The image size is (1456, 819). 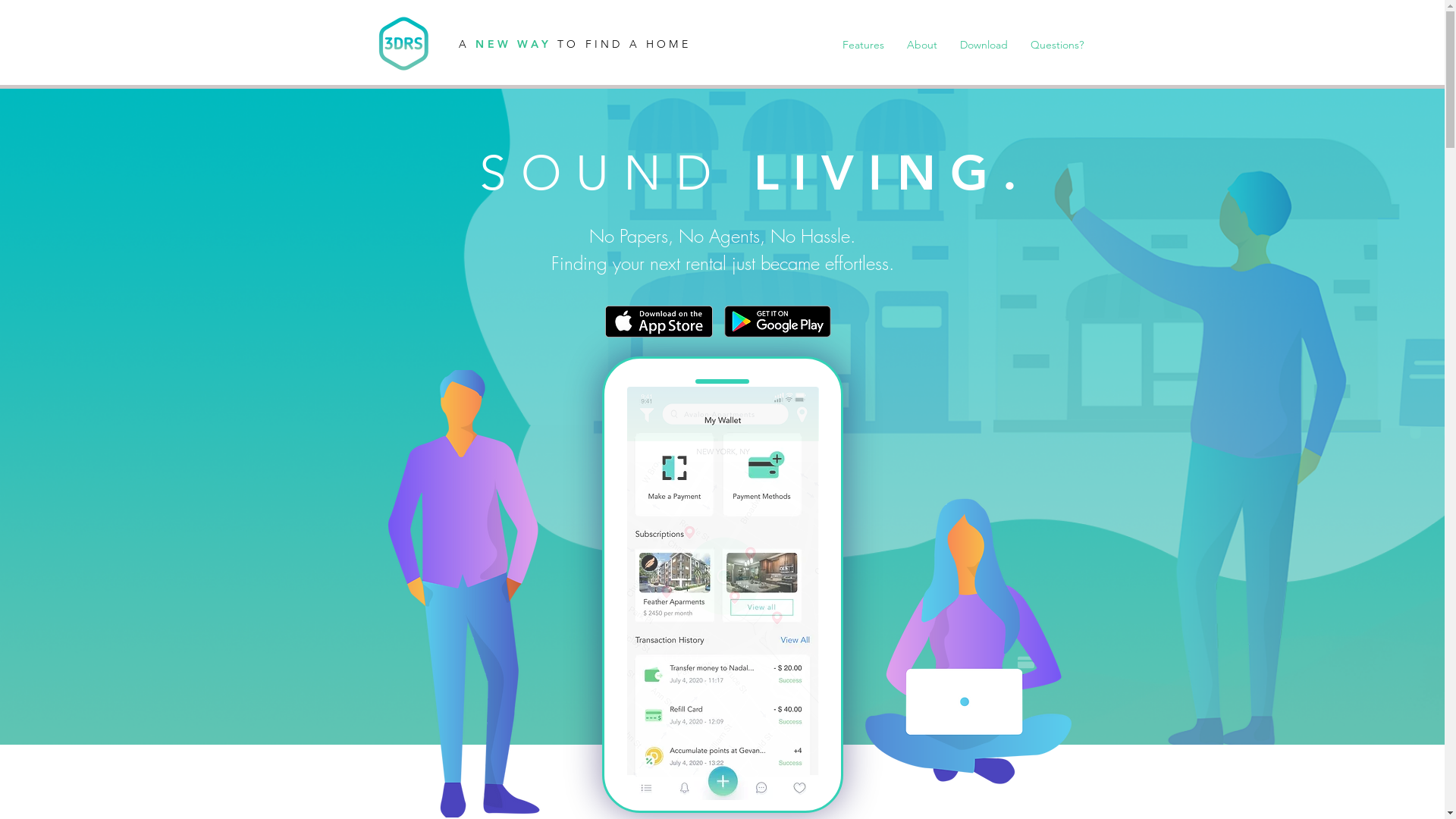 I want to click on 'Features', so click(x=863, y=43).